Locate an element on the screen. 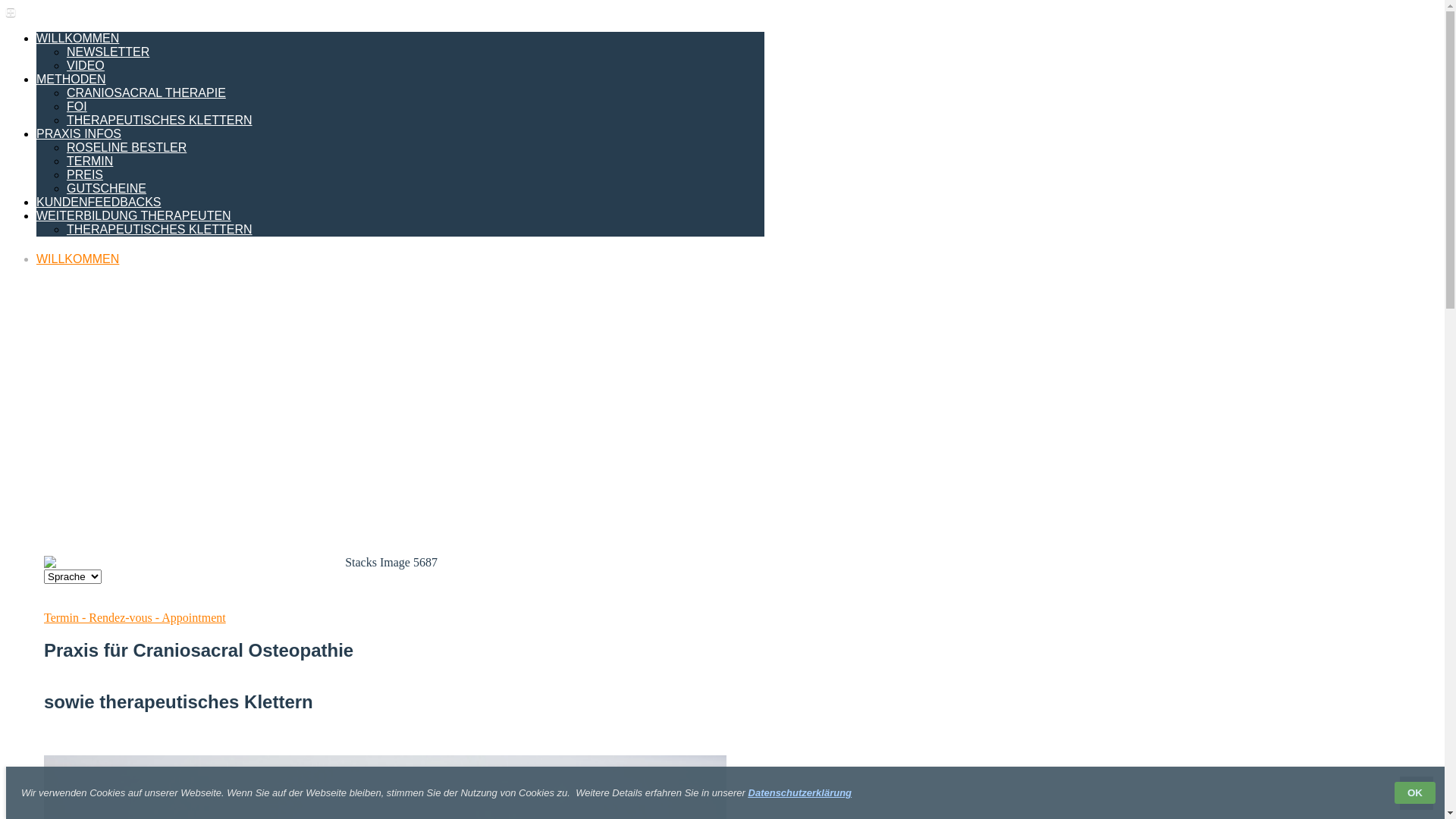 The height and width of the screenshot is (819, 1456). 'WEITERBILDUNG THERAPEUTEN' is located at coordinates (133, 215).